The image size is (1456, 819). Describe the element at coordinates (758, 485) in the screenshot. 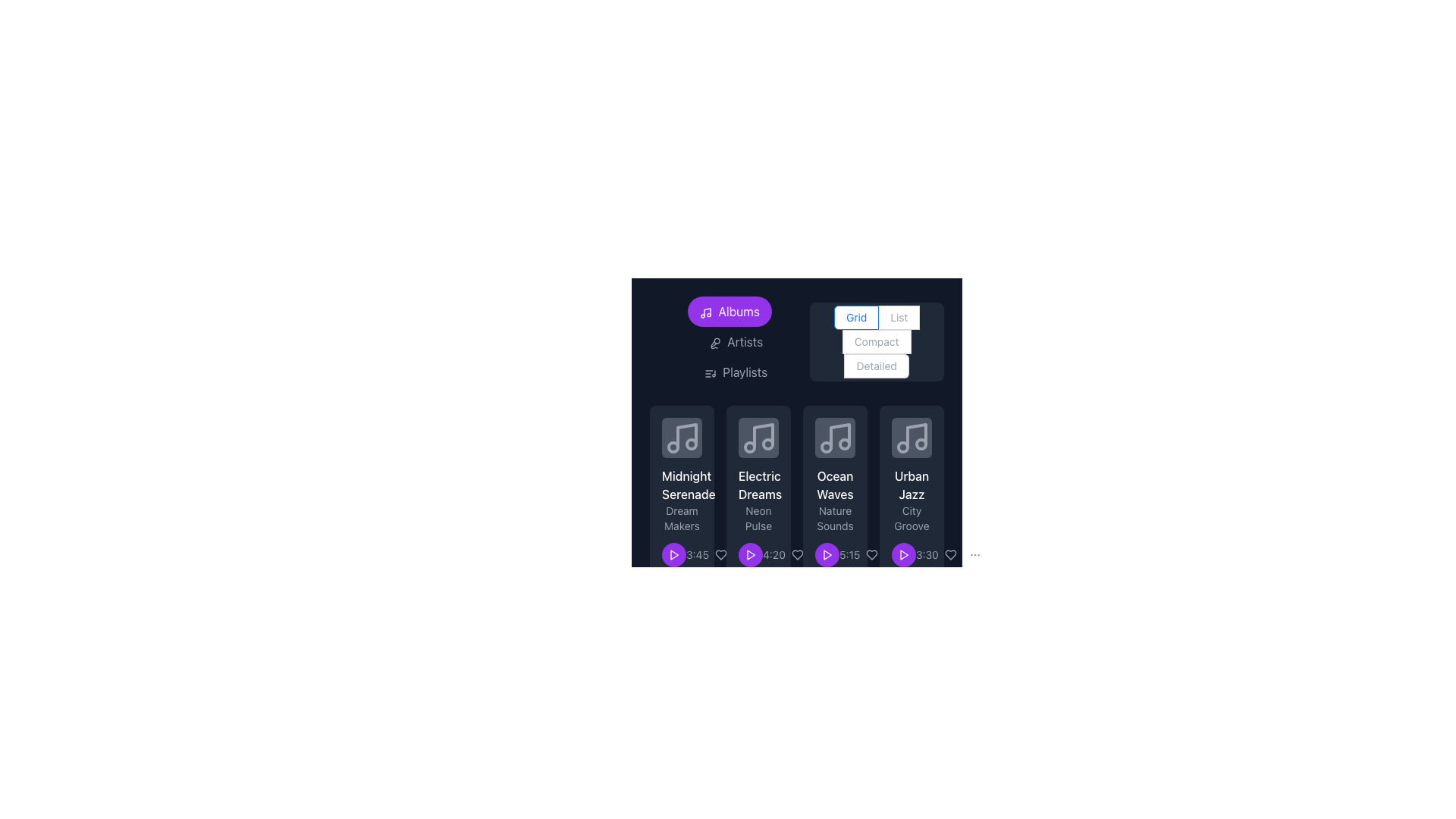

I see `the title text element of the music item card, located in the second column of the grid layout, positioned beneath the image area and above the subtitle 'Neon Pulse'` at that location.